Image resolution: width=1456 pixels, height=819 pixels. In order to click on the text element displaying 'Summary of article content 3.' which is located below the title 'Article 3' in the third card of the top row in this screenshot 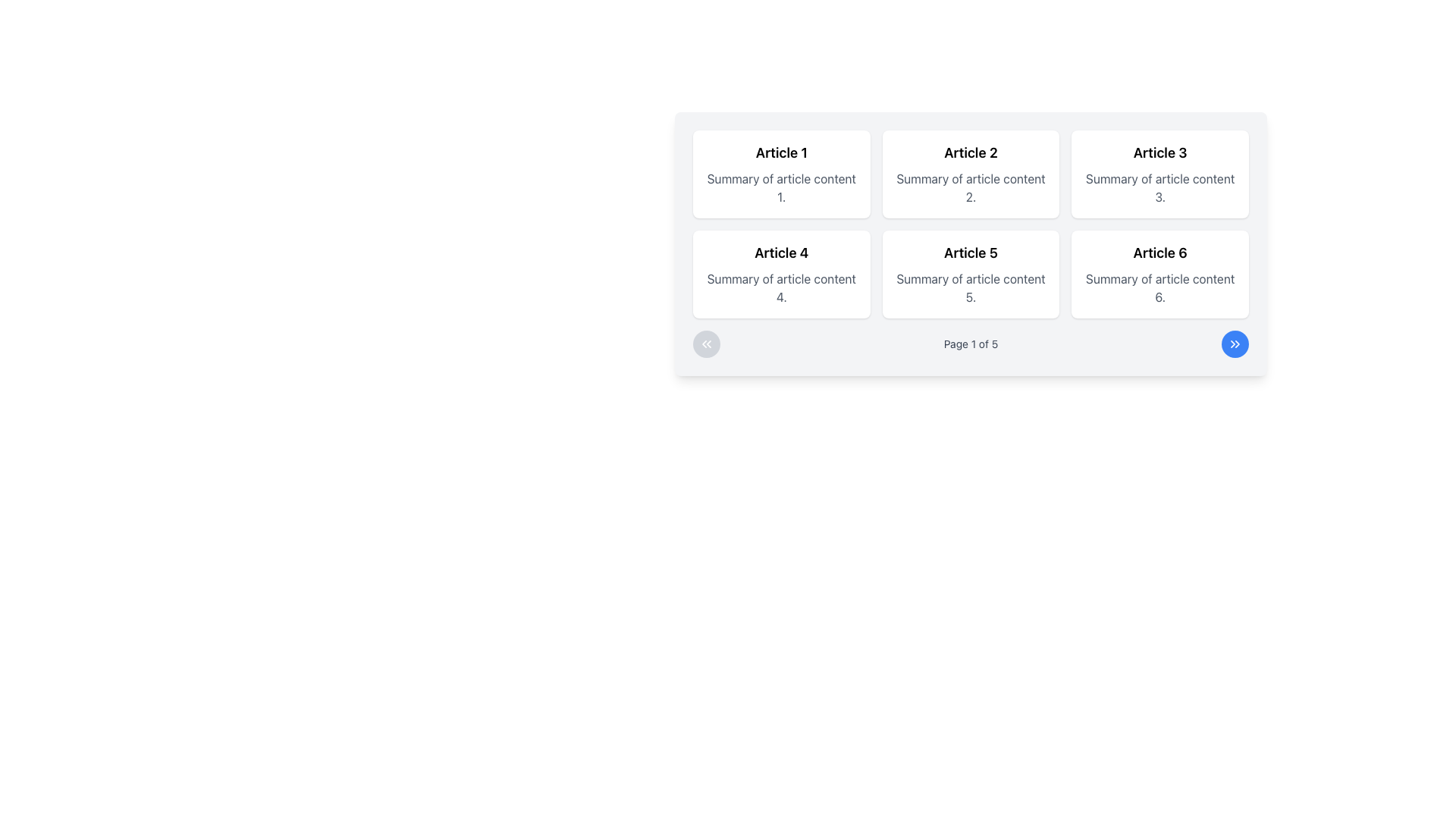, I will do `click(1159, 187)`.